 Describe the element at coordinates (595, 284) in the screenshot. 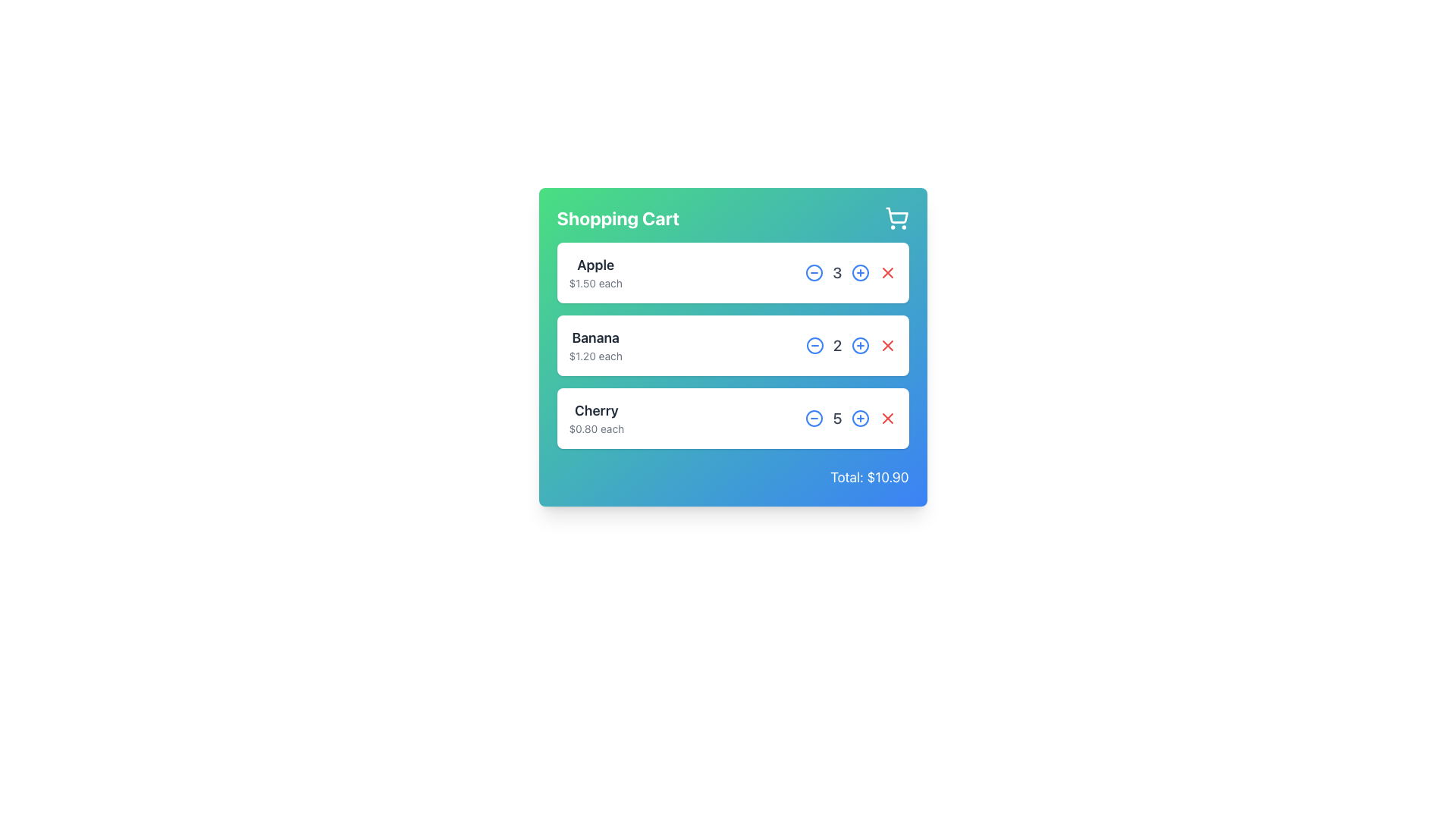

I see `the text label displaying '$1.50 each', which is styled in gray and located below the 'Apple' title in the shopping cart section` at that location.